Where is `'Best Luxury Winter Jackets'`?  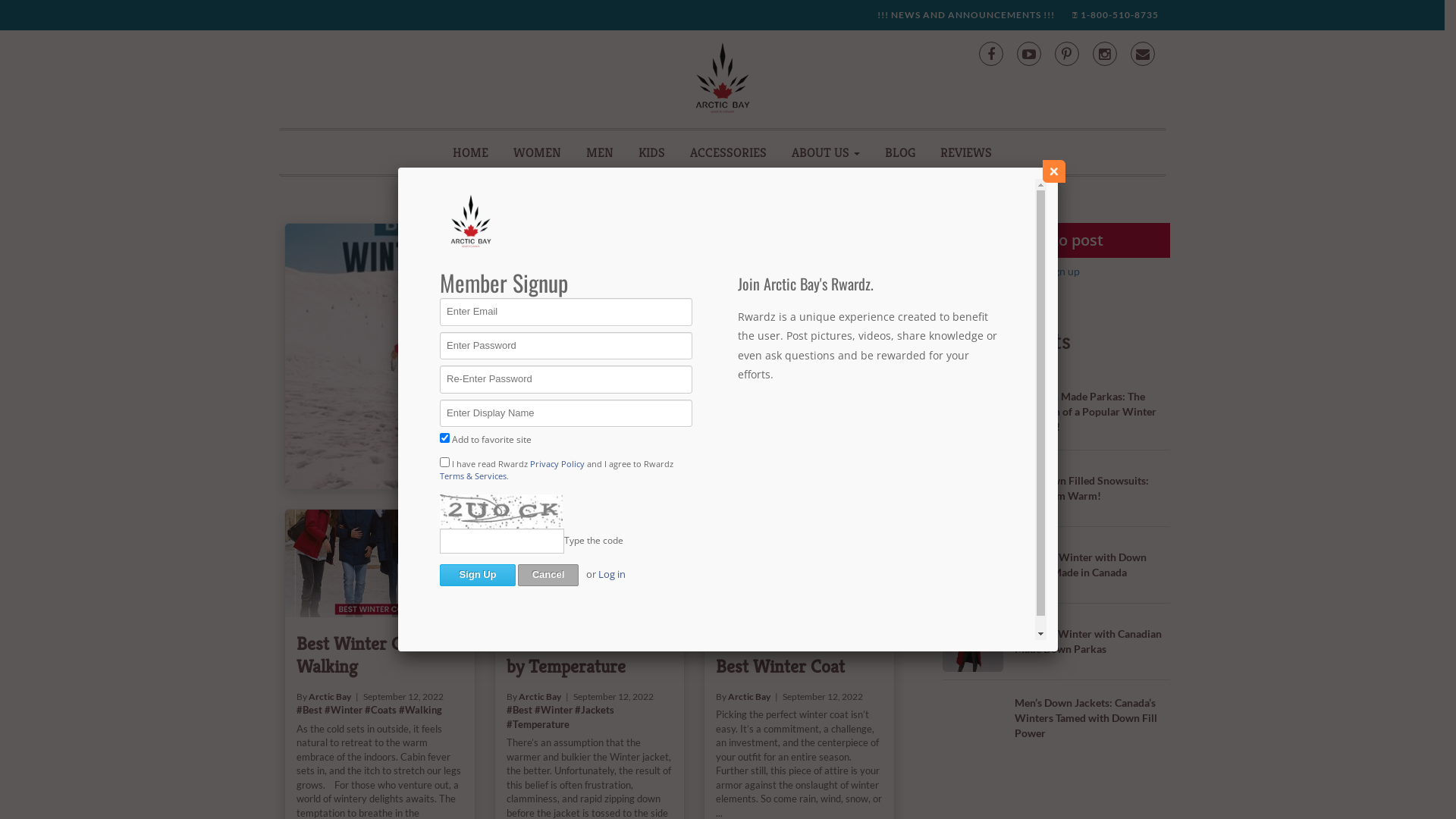 'Best Luxury Winter Jackets' is located at coordinates (745, 249).